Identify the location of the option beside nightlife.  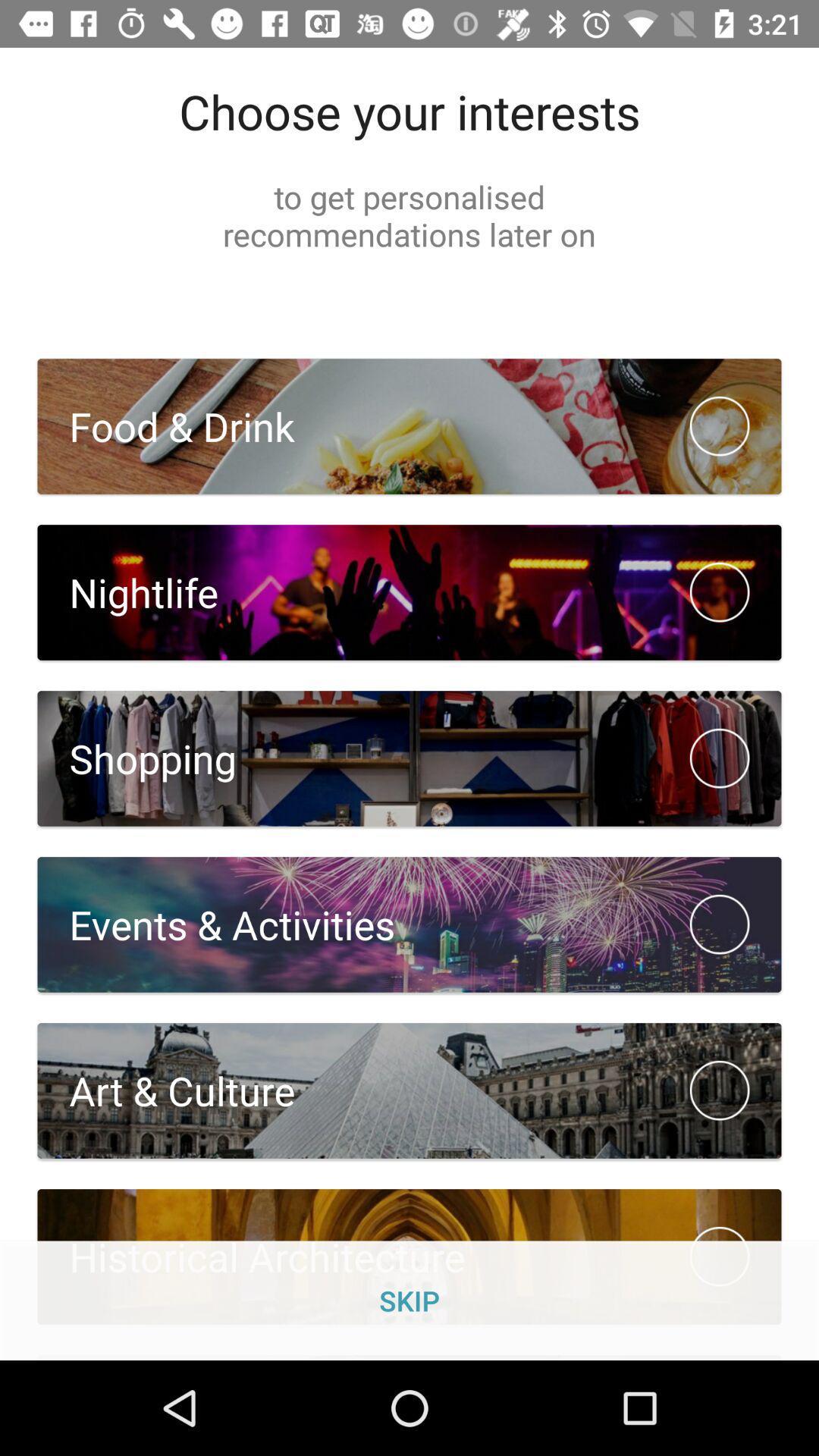
(719, 591).